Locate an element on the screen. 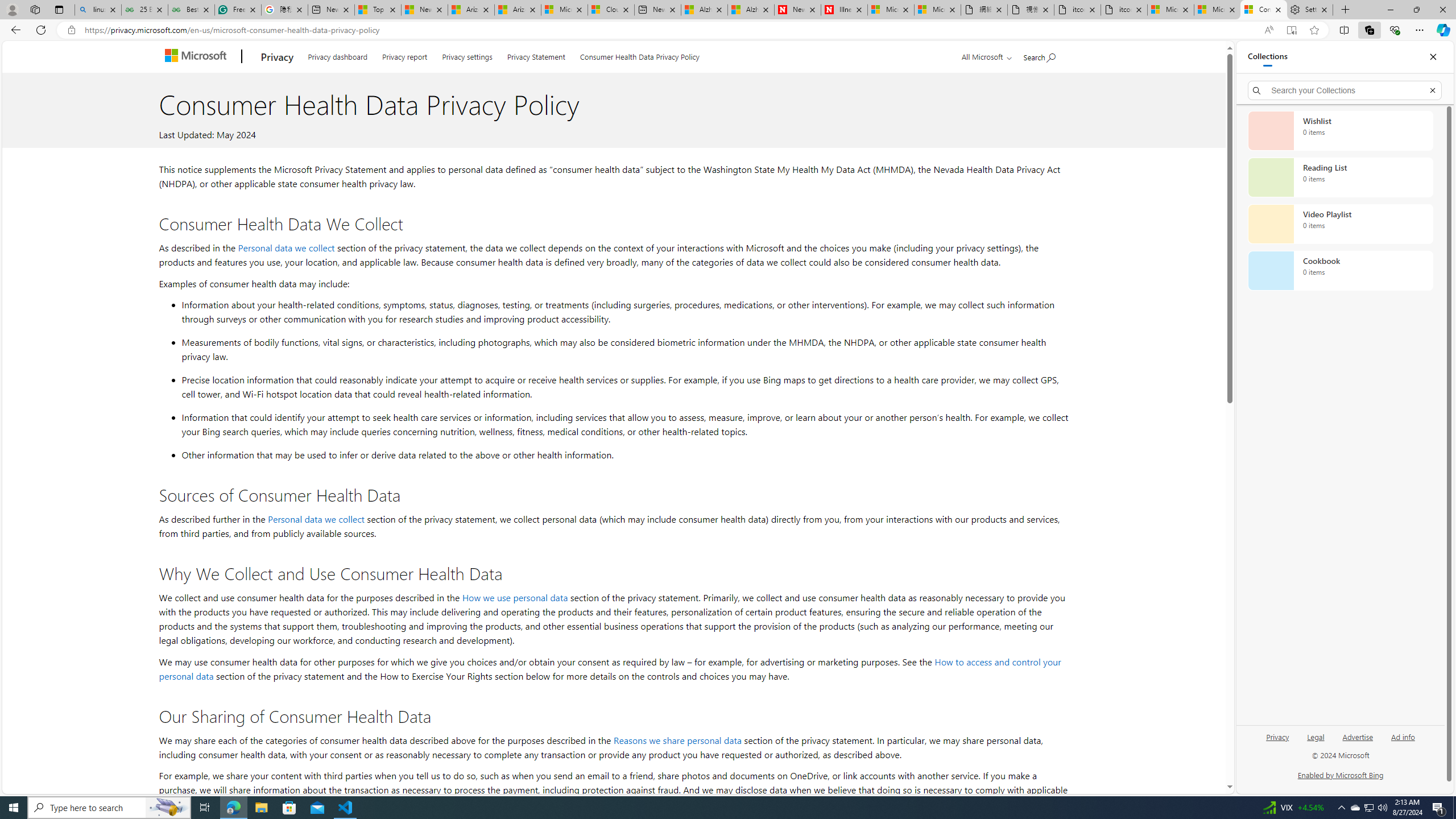 Image resolution: width=1456 pixels, height=819 pixels. 'Privacy dashboard' is located at coordinates (337, 55).